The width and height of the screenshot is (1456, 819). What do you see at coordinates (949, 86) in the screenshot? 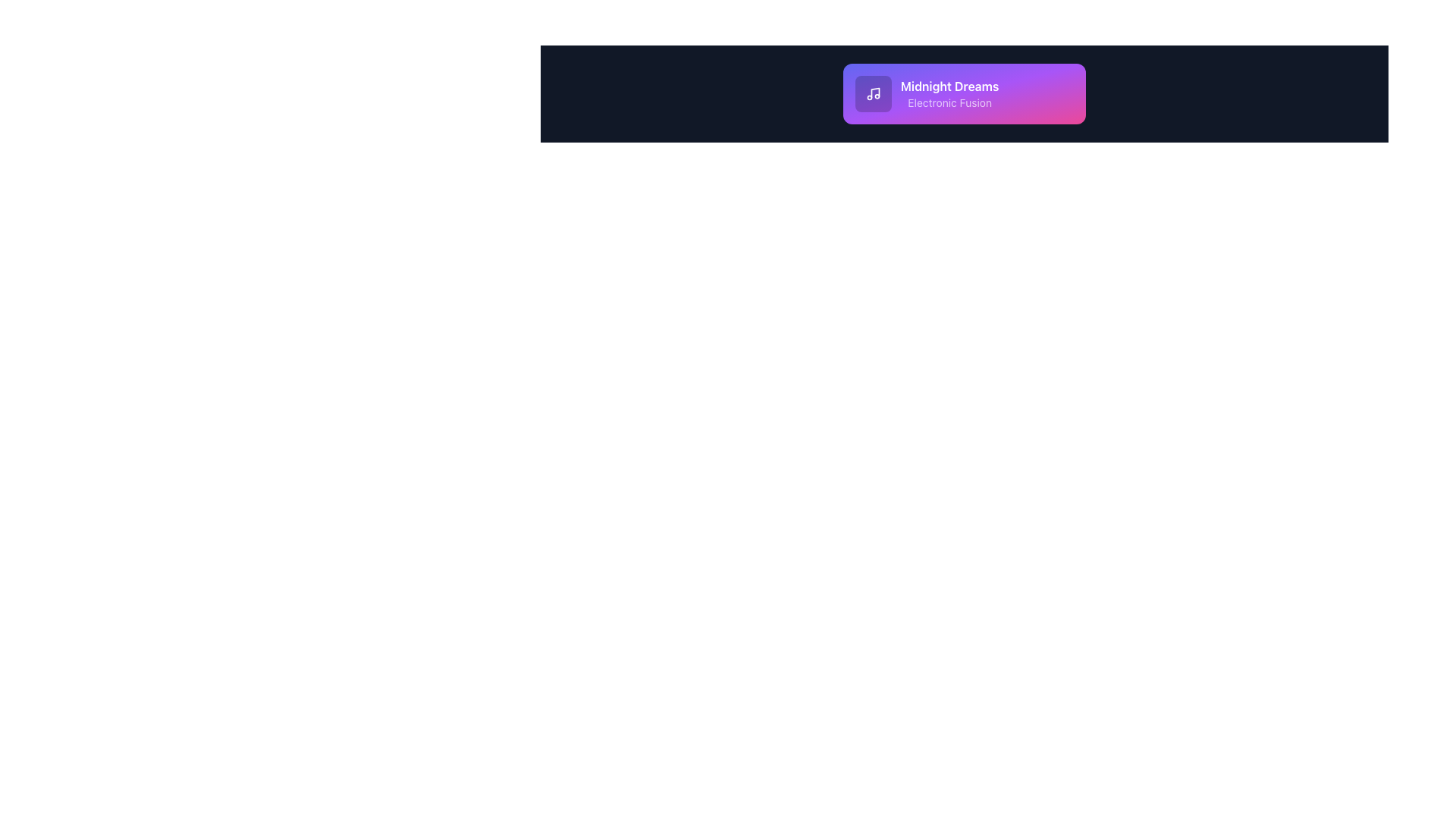
I see `the text label displaying 'Midnight Dreams' which is styled in bold white font and is part of a gradient purple background` at bounding box center [949, 86].